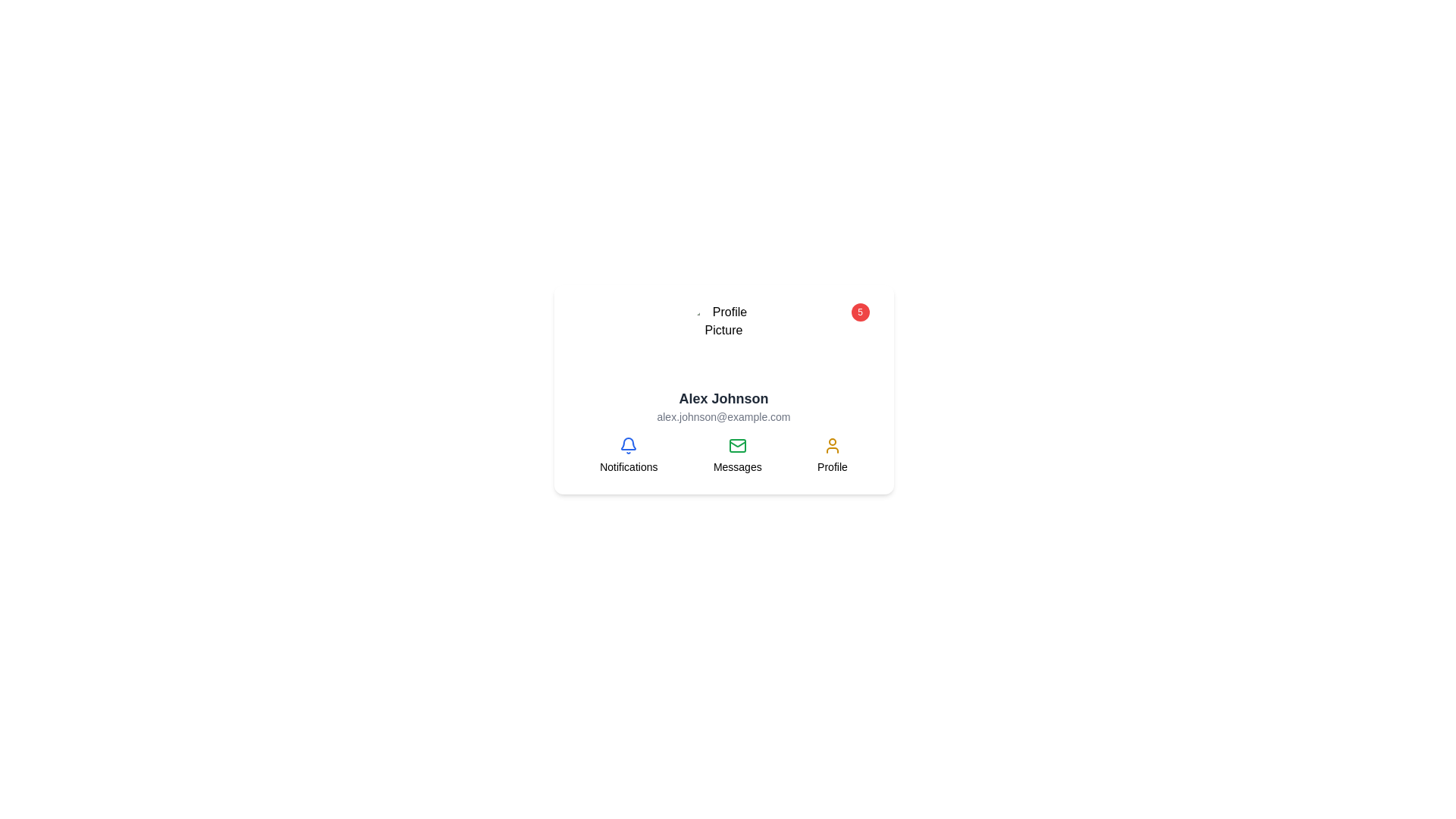 This screenshot has width=1456, height=819. I want to click on the 'Messages' icon located in the bottom row of icons, so click(737, 444).